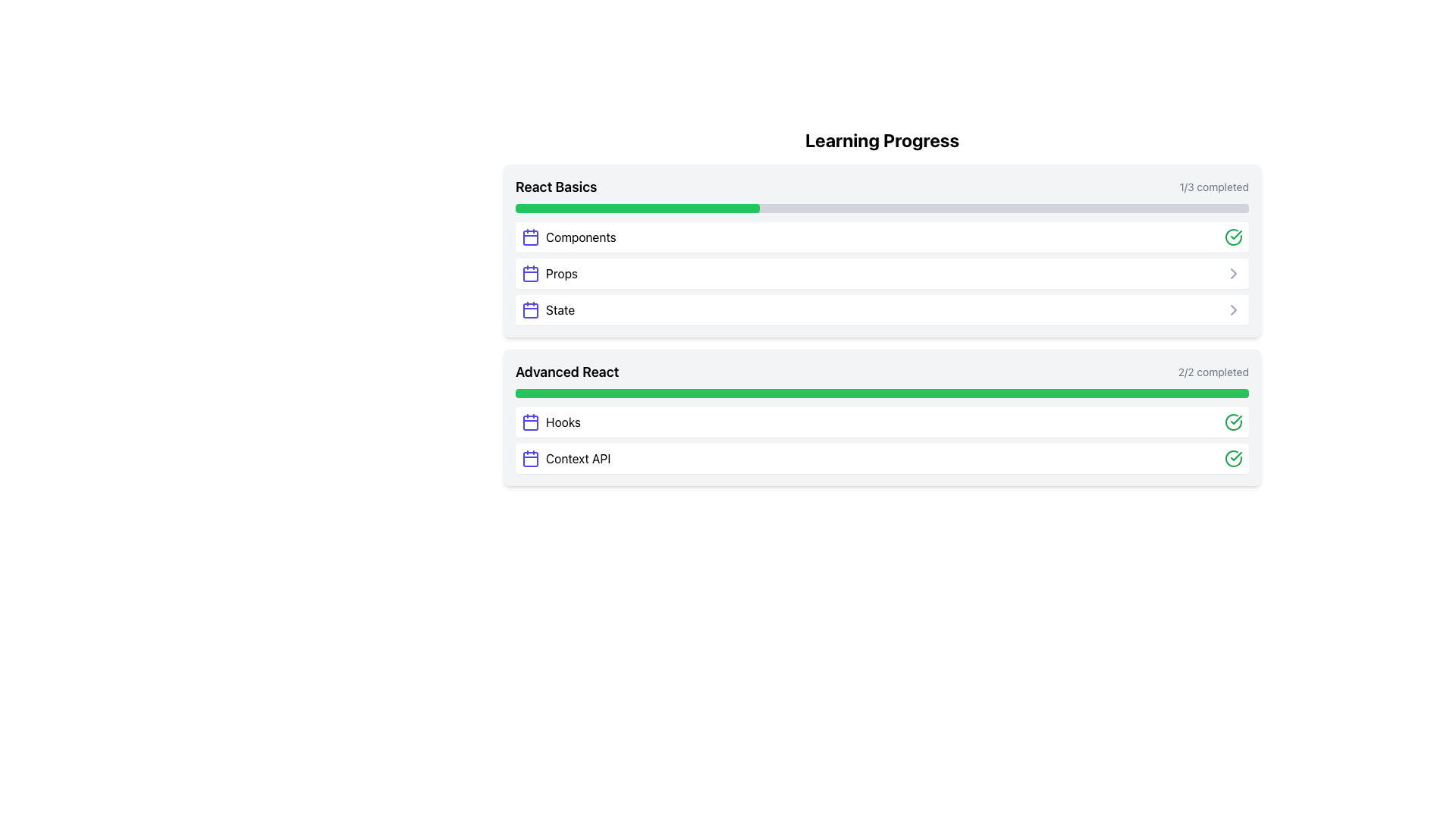 This screenshot has width=1456, height=819. Describe the element at coordinates (531, 458) in the screenshot. I see `the design of the calendar icon located to the left of the 'Context API' text in the 'Advanced React' section` at that location.